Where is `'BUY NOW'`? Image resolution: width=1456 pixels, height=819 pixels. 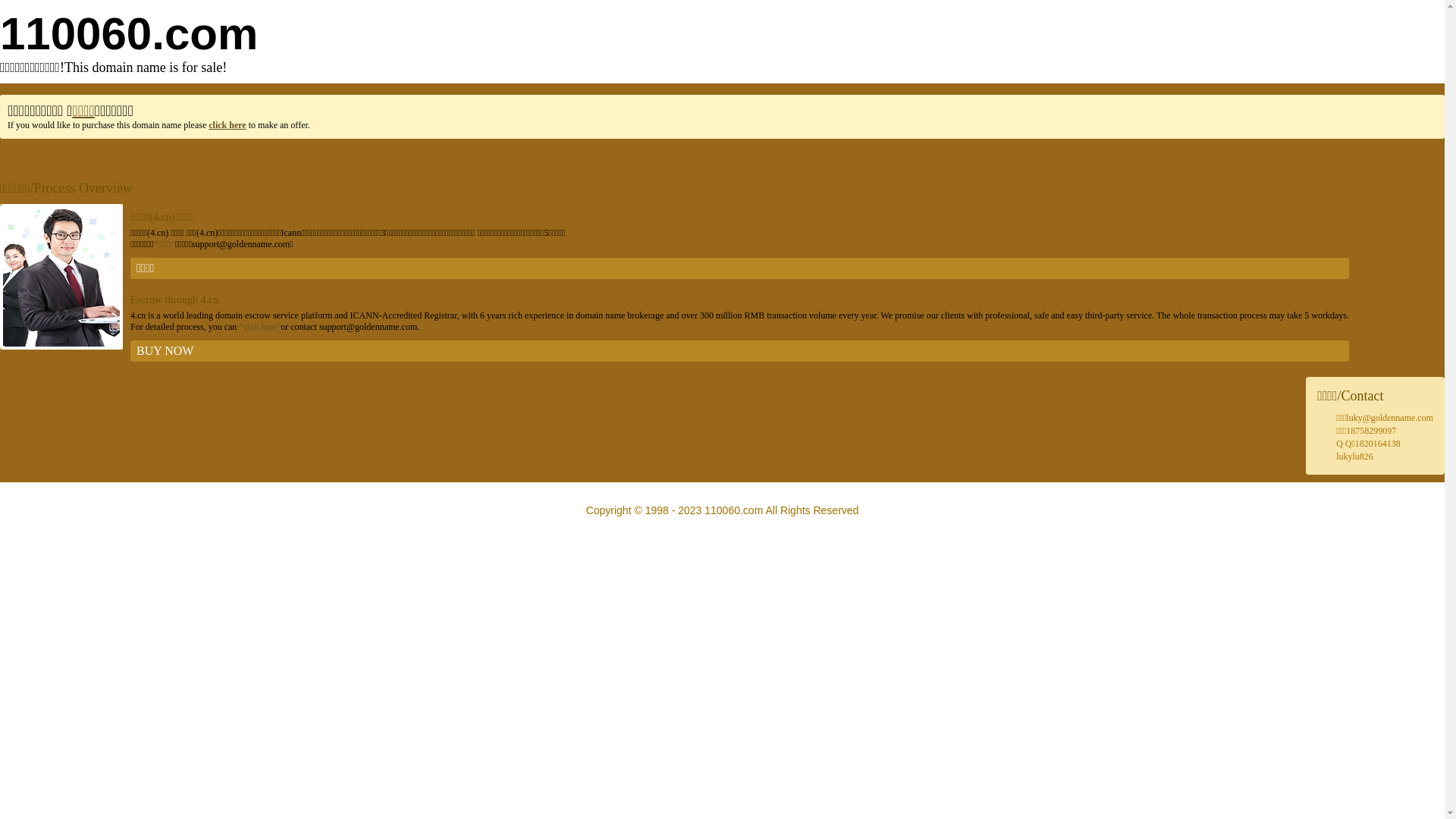
'BUY NOW' is located at coordinates (739, 350).